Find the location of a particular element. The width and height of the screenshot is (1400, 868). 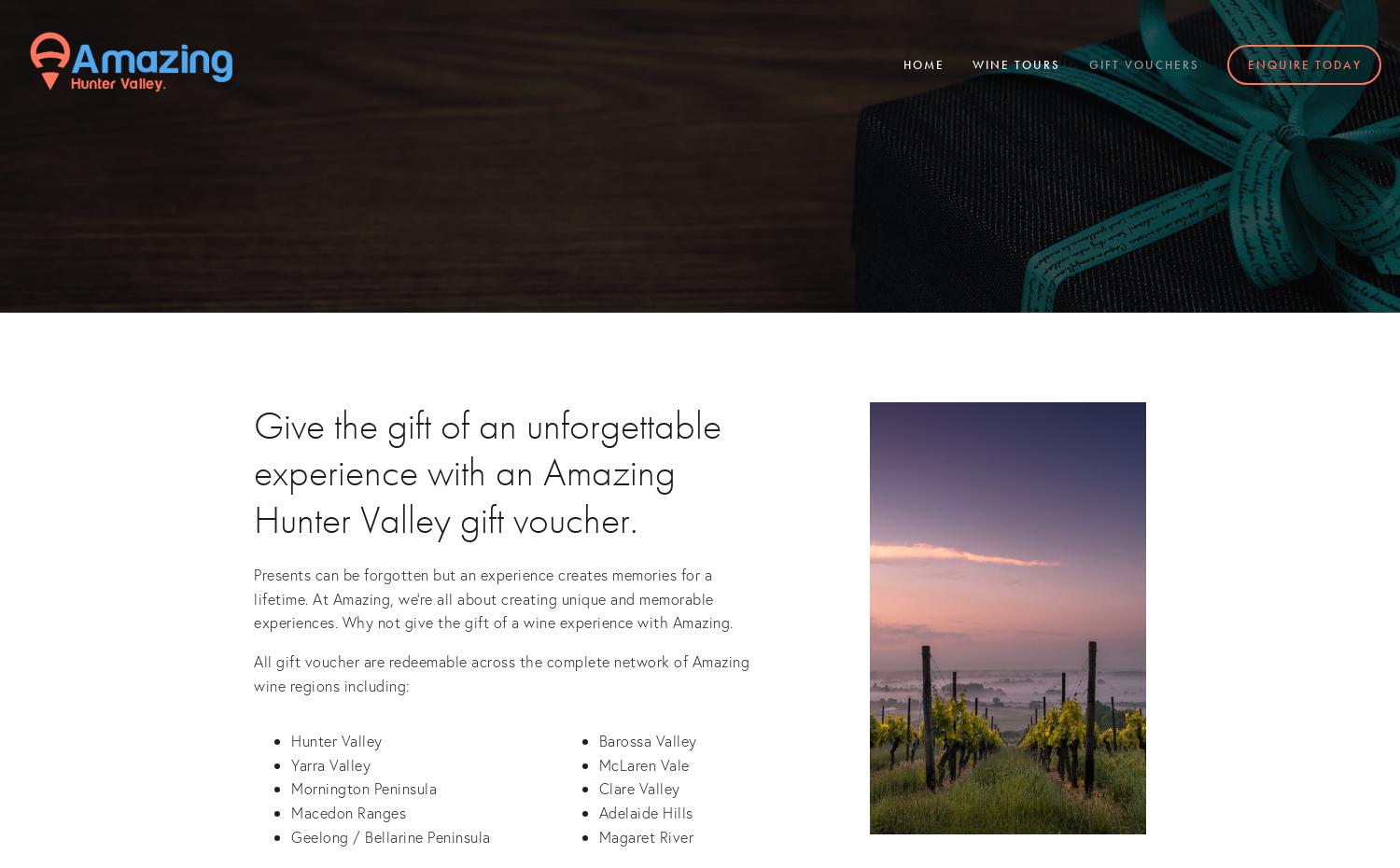

'Clare Valley' is located at coordinates (638, 787).